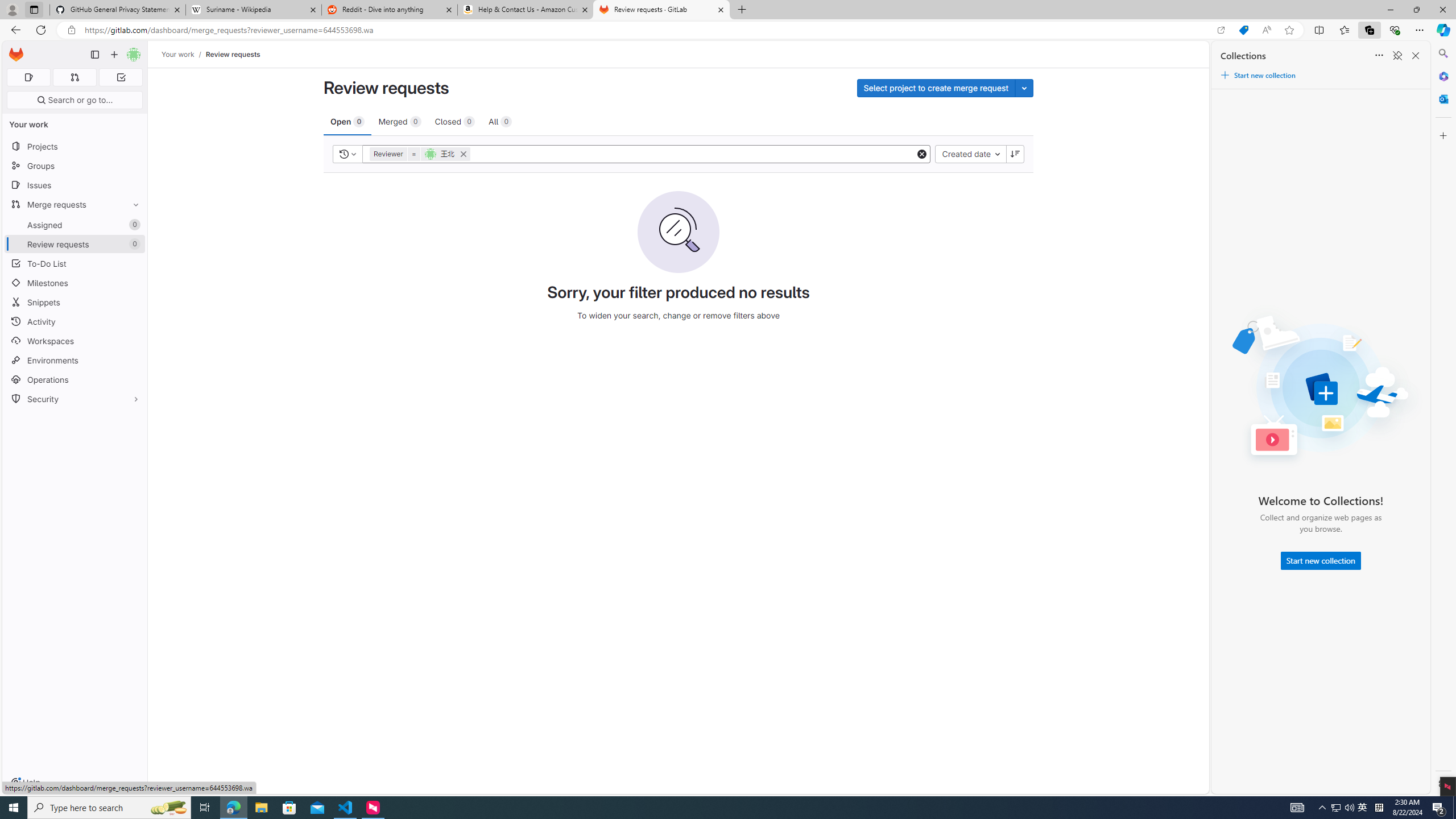 The image size is (1456, 819). I want to click on 'Created date', so click(970, 153).